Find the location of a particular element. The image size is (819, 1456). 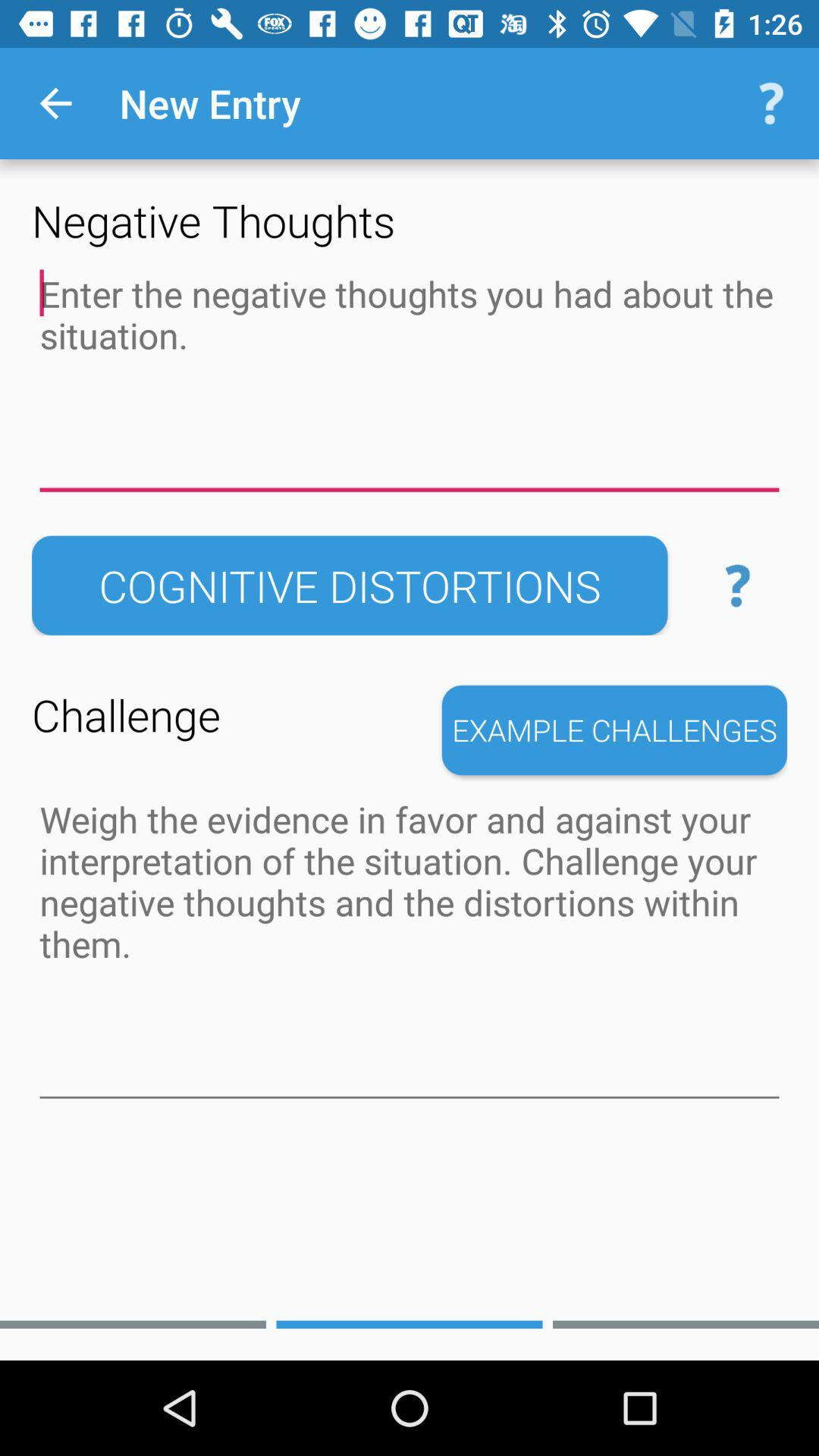

the item above the example challenges item is located at coordinates (736, 585).